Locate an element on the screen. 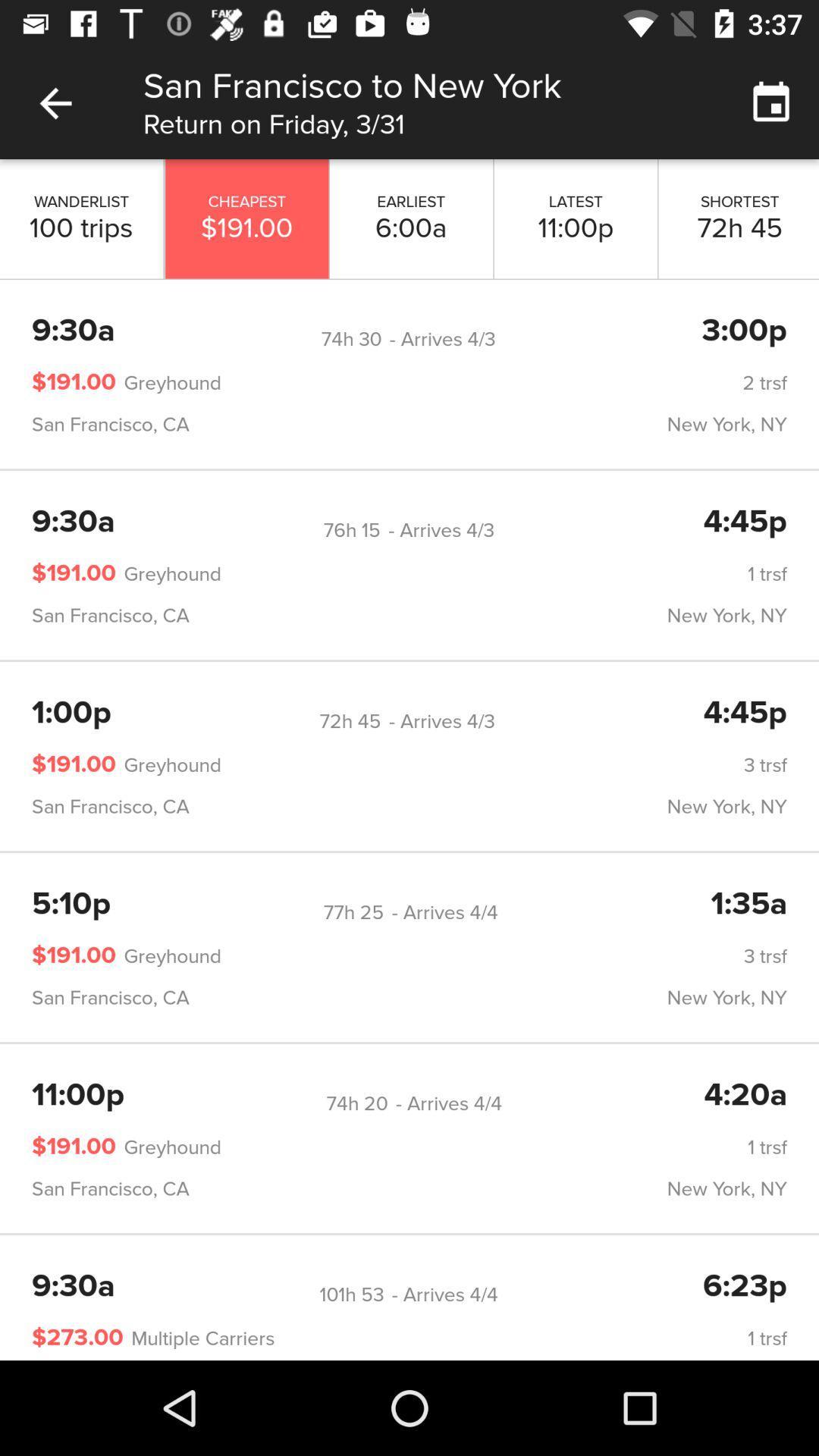  icon next to the - arrives 4/4 item is located at coordinates (351, 1294).